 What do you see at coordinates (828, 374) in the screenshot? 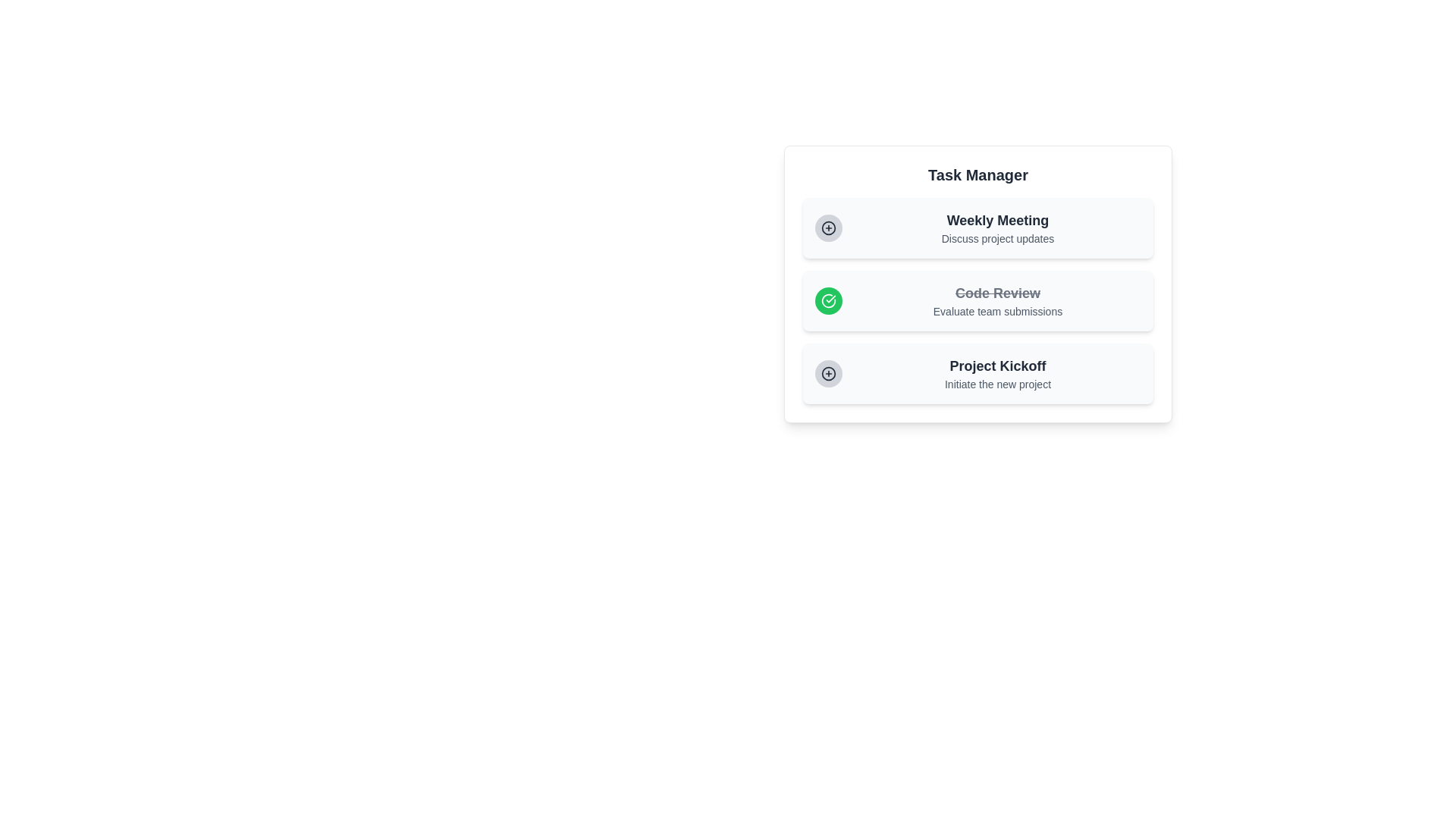
I see `the circular gray button with a plus icon located in the top-left corner of the 'Project Kickoff' card` at bounding box center [828, 374].